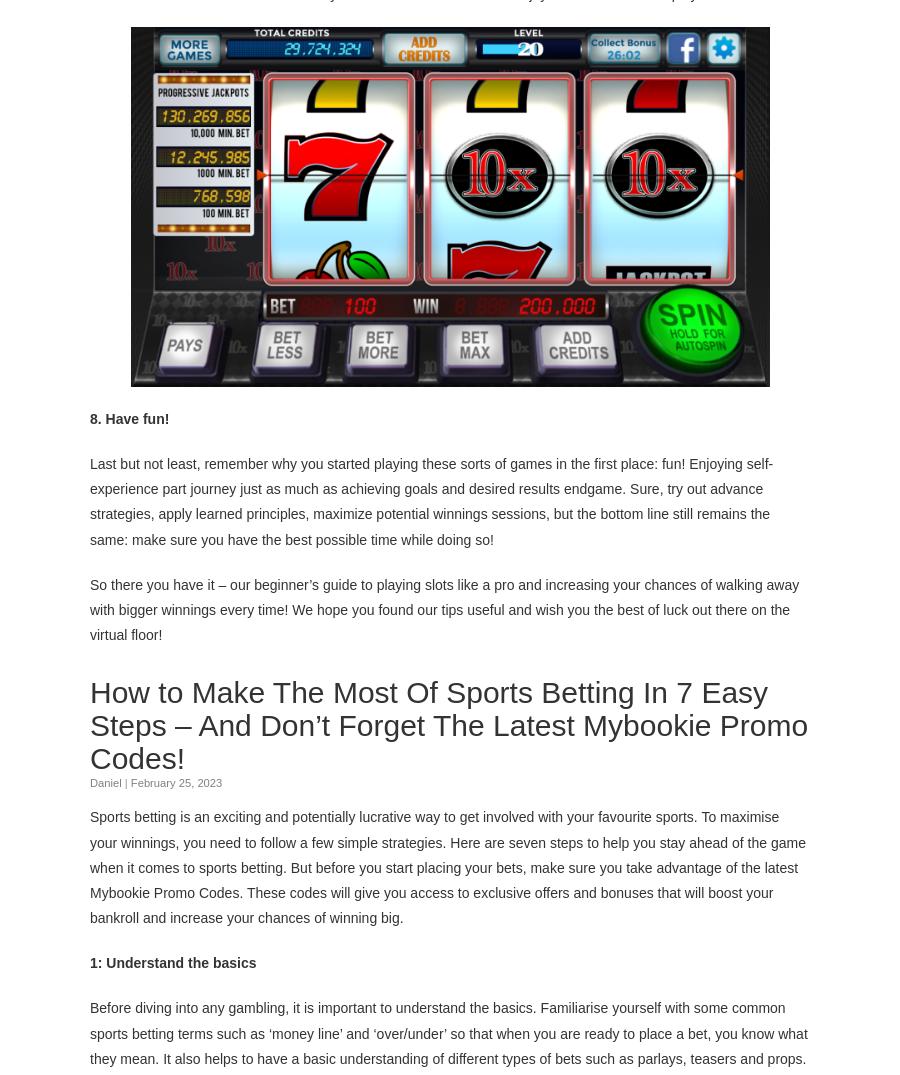 This screenshot has height=1075, width=900. What do you see at coordinates (443, 879) in the screenshot?
I see `'latest Mybookie Promo Codes'` at bounding box center [443, 879].